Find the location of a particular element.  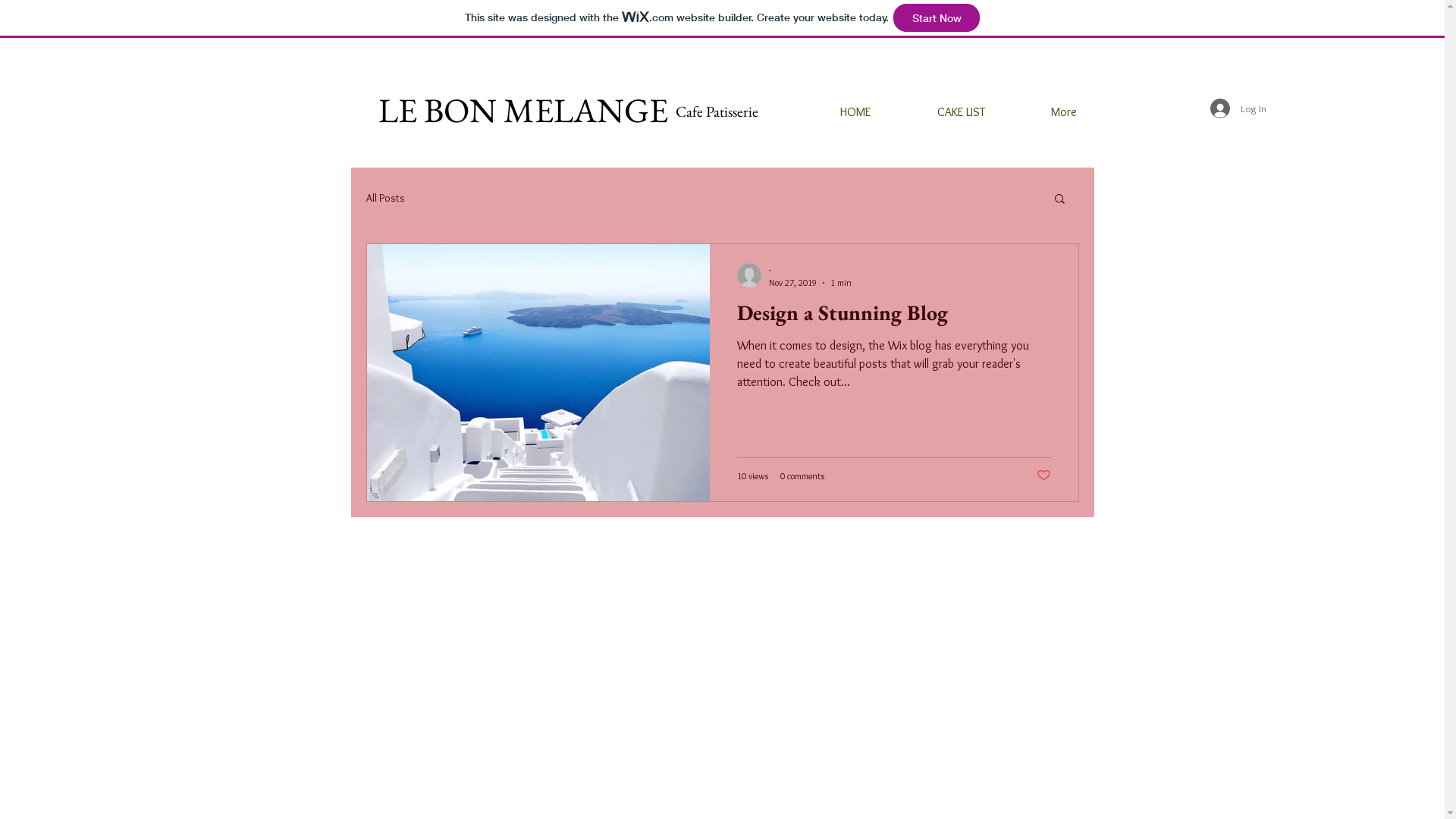

'HOME' is located at coordinates (832, 111).